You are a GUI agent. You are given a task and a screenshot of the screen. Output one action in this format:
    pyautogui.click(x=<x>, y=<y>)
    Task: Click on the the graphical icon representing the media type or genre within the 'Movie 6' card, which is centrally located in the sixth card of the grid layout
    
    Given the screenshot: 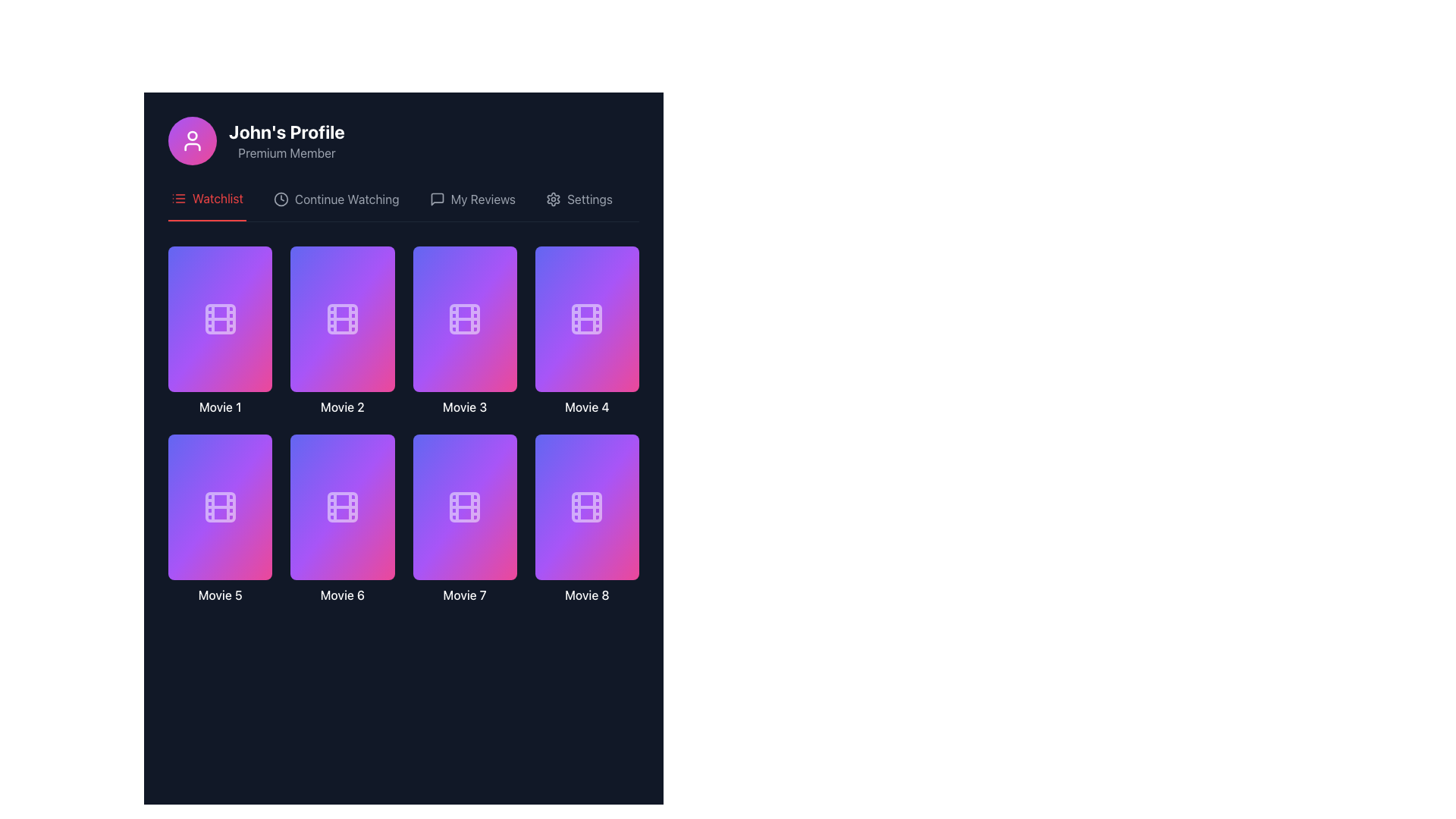 What is the action you would take?
    pyautogui.click(x=341, y=507)
    